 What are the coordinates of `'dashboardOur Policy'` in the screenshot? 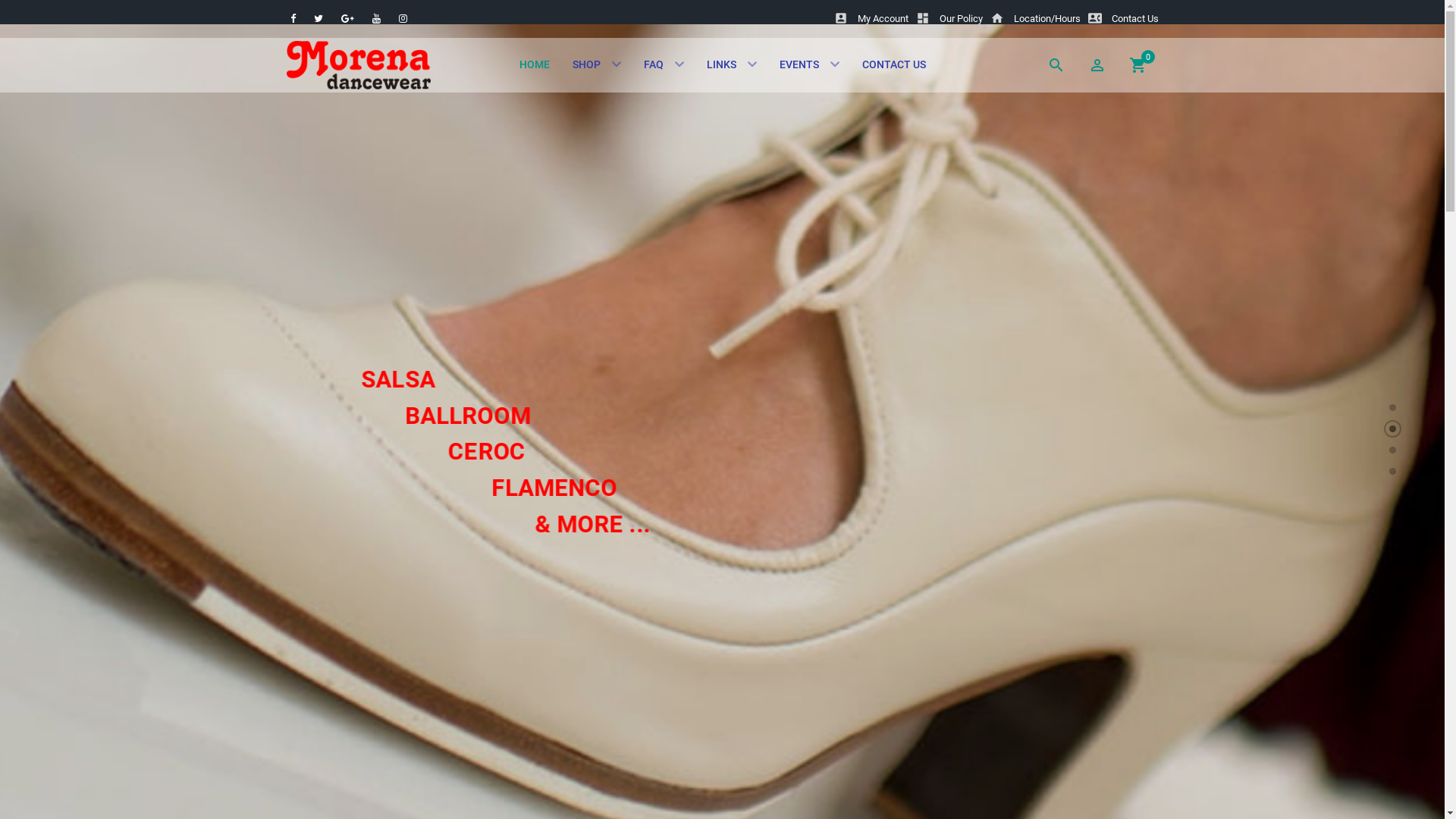 It's located at (915, 18).